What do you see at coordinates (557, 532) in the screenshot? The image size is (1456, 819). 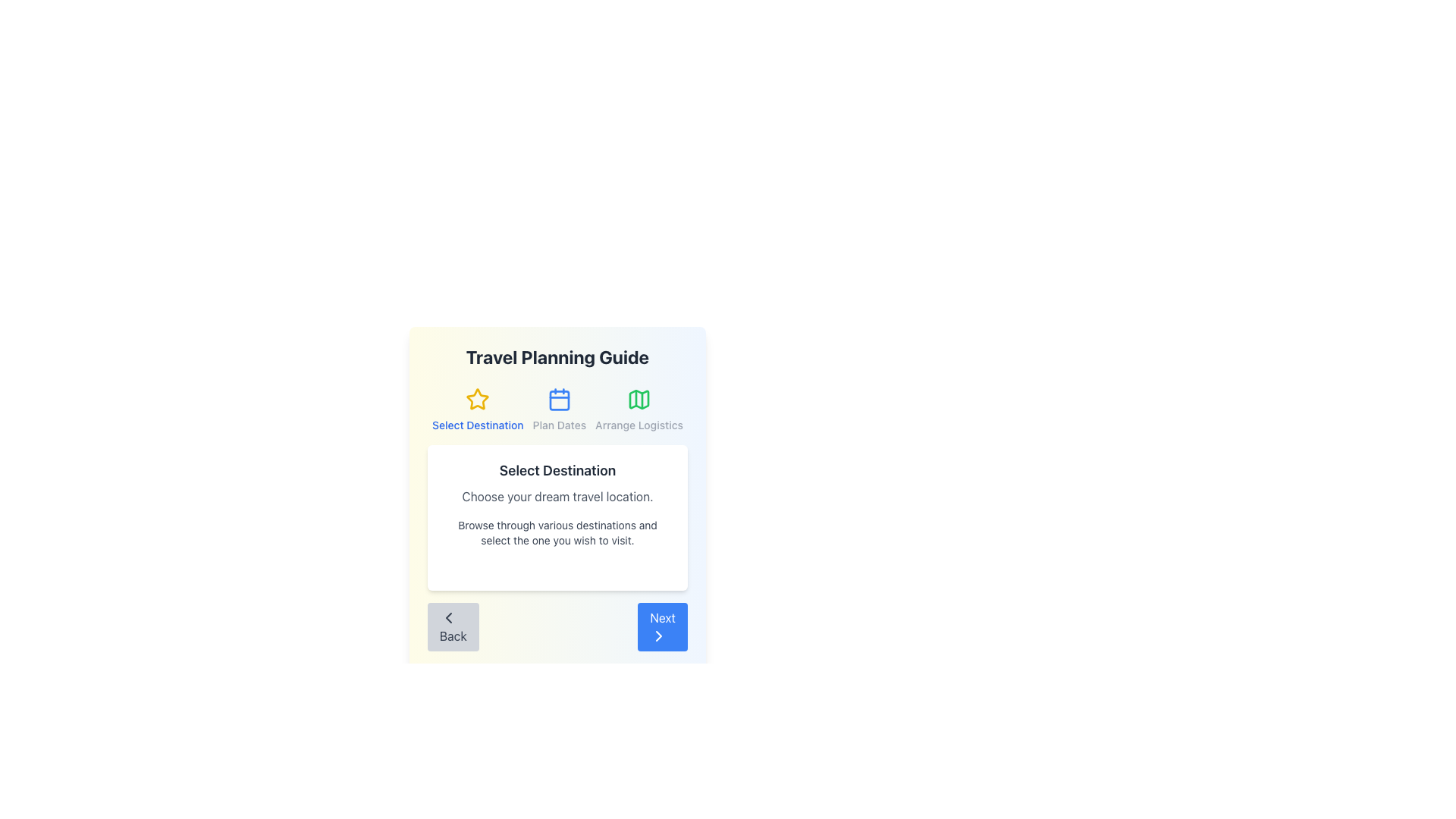 I see `the descriptive text element that provides information about browsing and selecting travel destinations, located below the 'Choose your dream travel location.' text` at bounding box center [557, 532].